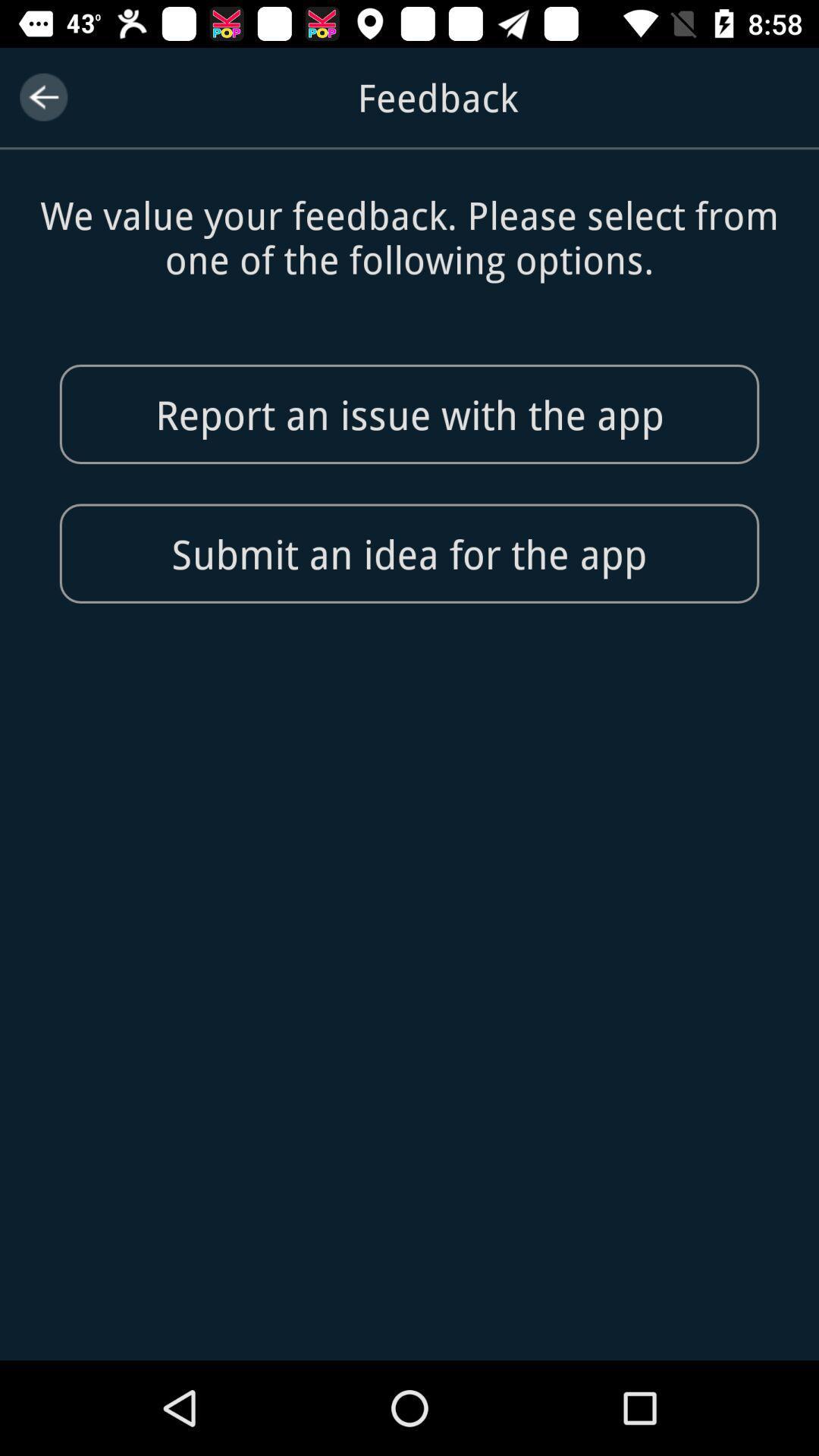 Image resolution: width=819 pixels, height=1456 pixels. Describe the element at coordinates (42, 96) in the screenshot. I see `the arrow_backward icon` at that location.